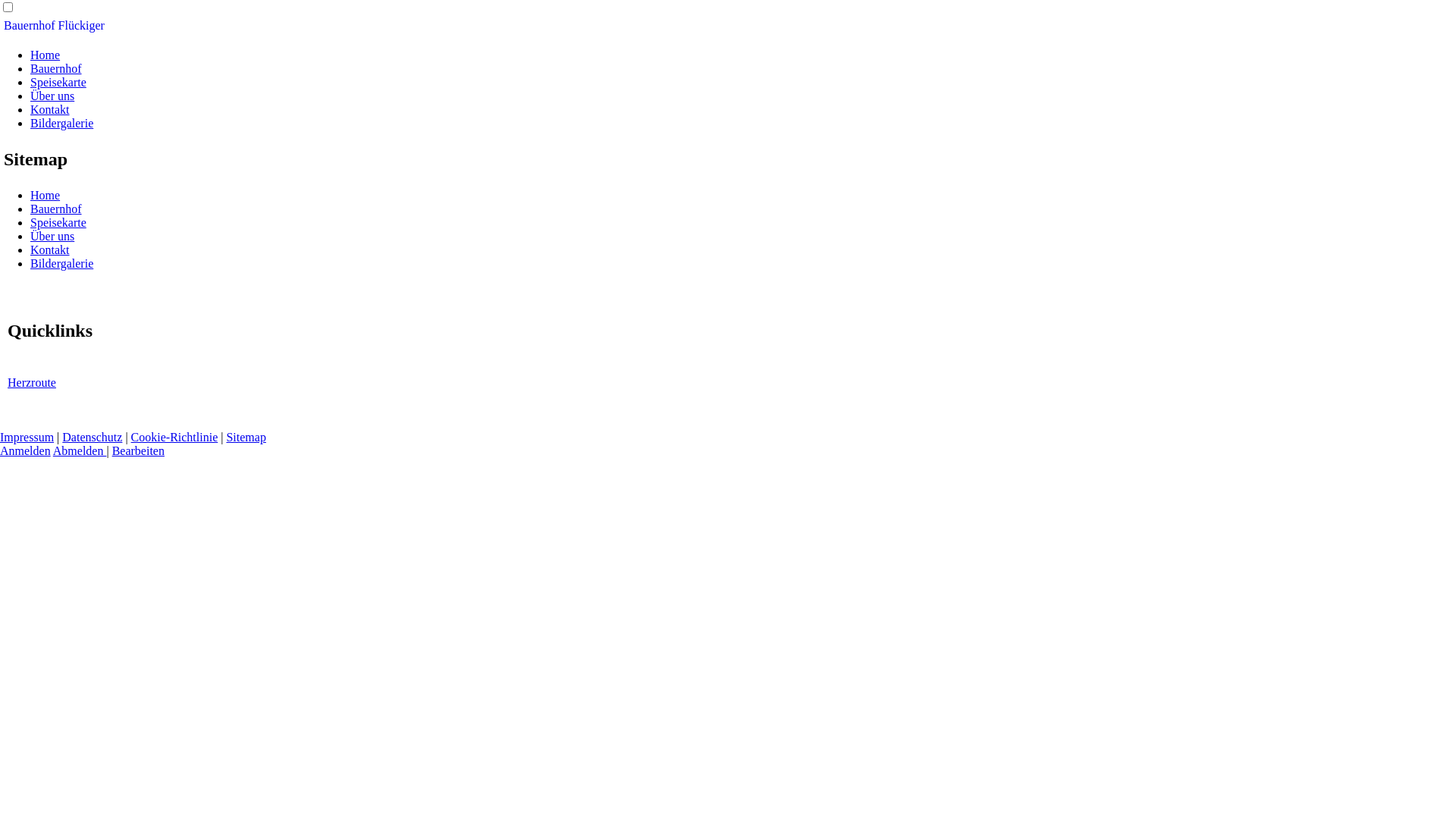 The image size is (1456, 819). Describe the element at coordinates (25, 450) in the screenshot. I see `'Anmelden'` at that location.